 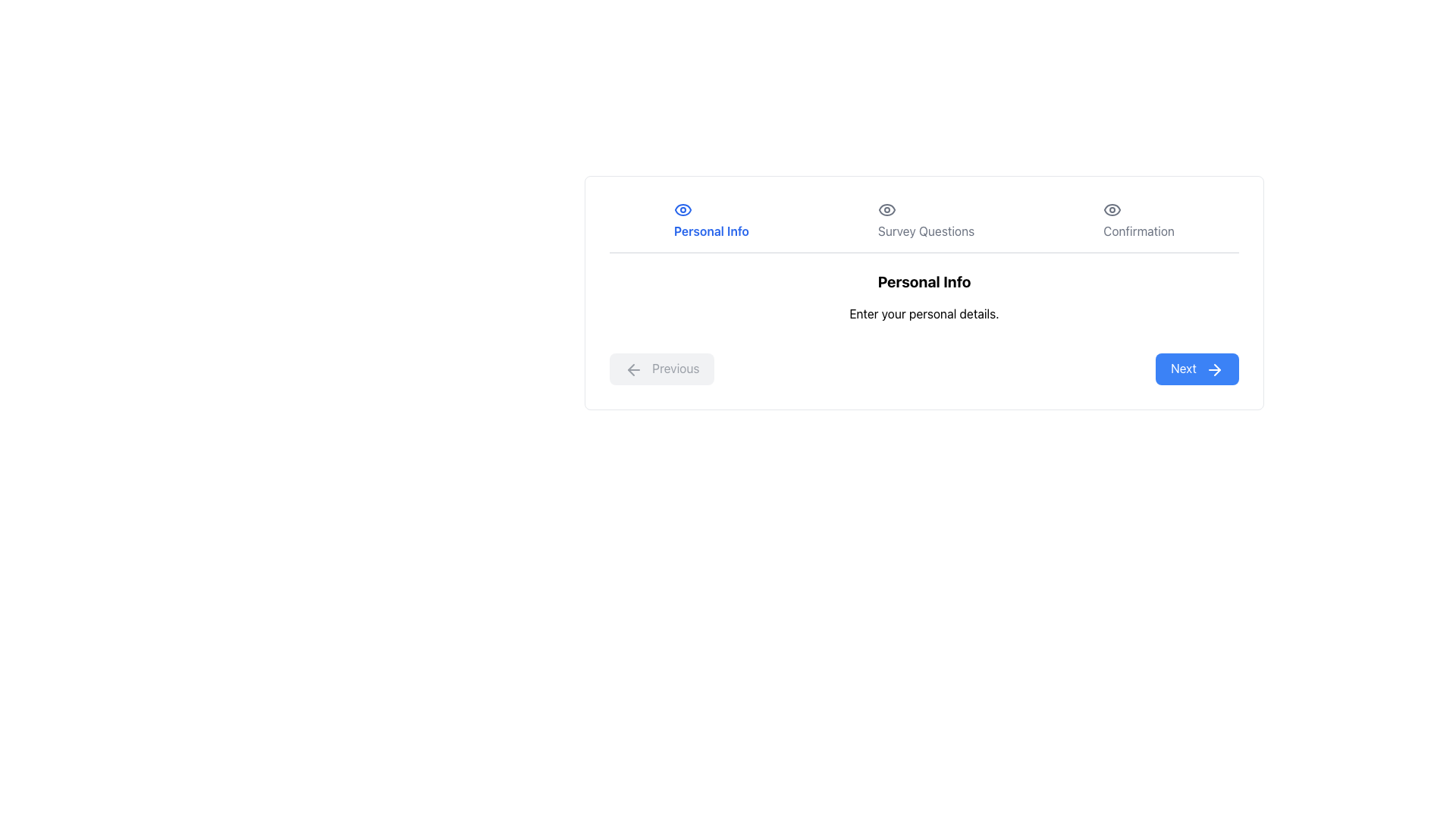 I want to click on the 'Personal Info' text label located in the navigation bar at the top of the main content area, styled with blue text color and bold font weight, so click(x=711, y=231).